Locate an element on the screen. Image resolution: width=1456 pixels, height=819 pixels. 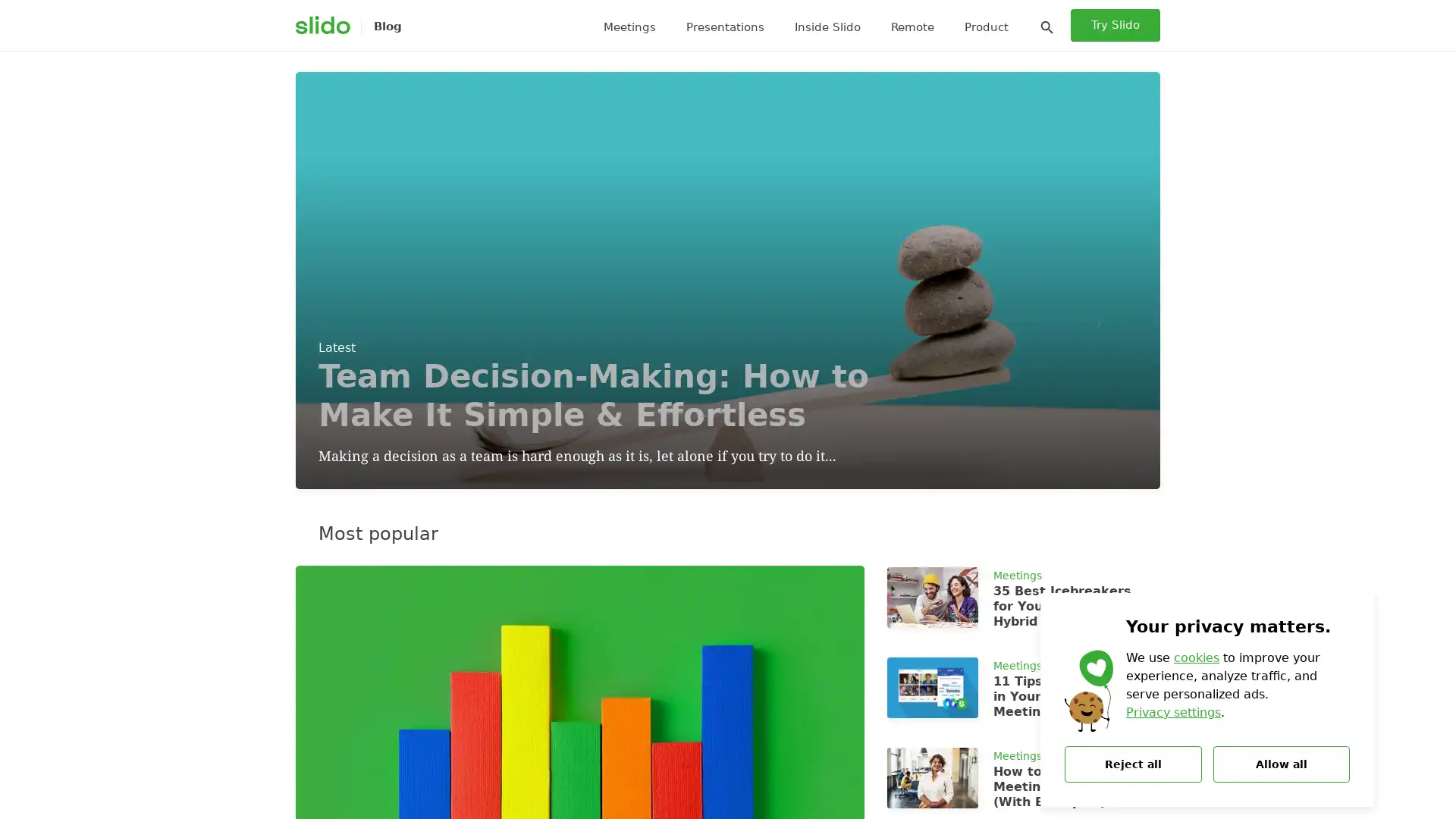
Allow all is located at coordinates (1280, 764).